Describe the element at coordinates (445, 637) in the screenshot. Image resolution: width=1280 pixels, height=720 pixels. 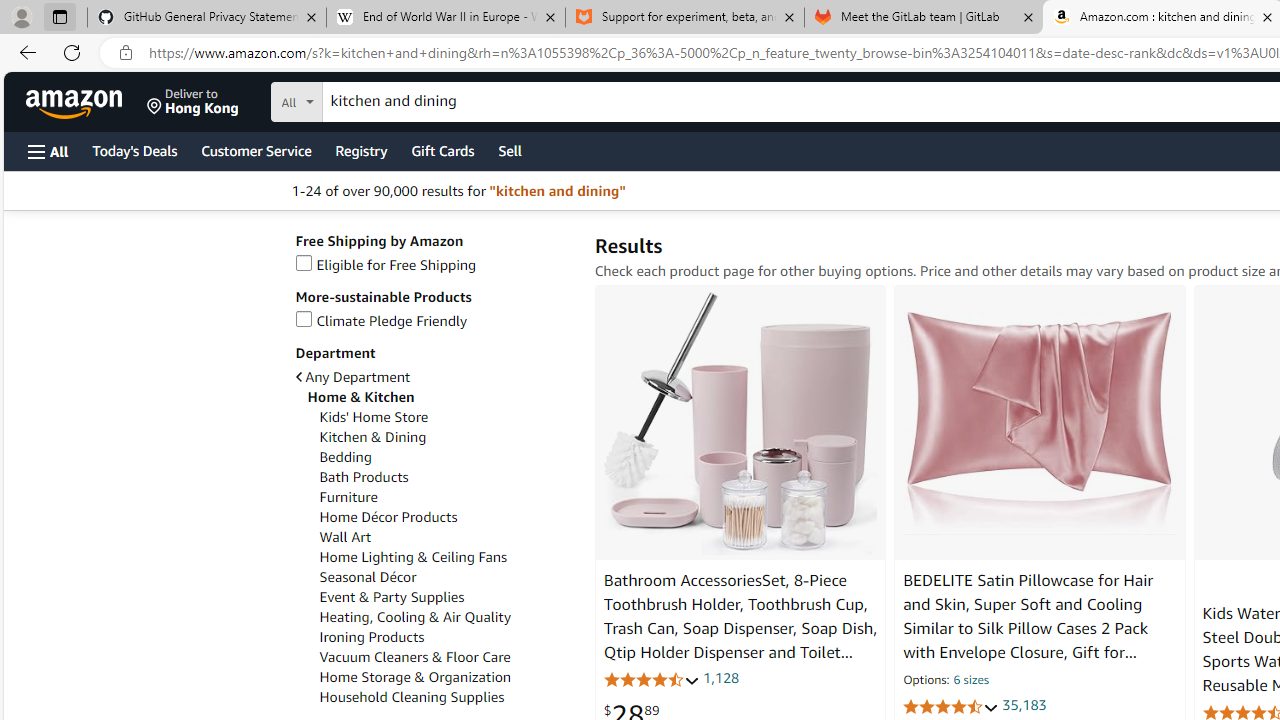
I see `'Ironing Products'` at that location.